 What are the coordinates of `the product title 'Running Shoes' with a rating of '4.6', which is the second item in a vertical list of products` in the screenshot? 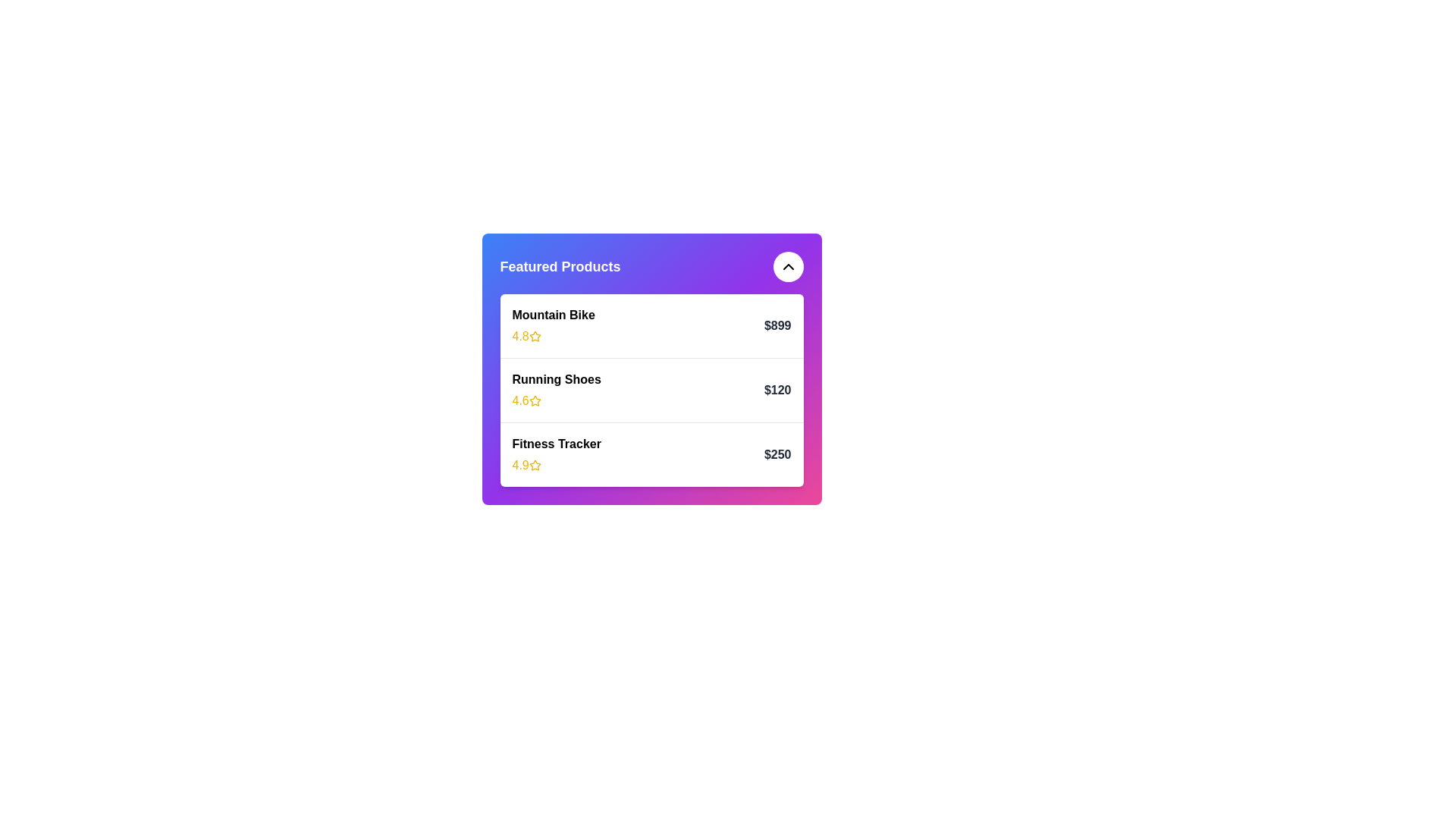 It's located at (556, 390).